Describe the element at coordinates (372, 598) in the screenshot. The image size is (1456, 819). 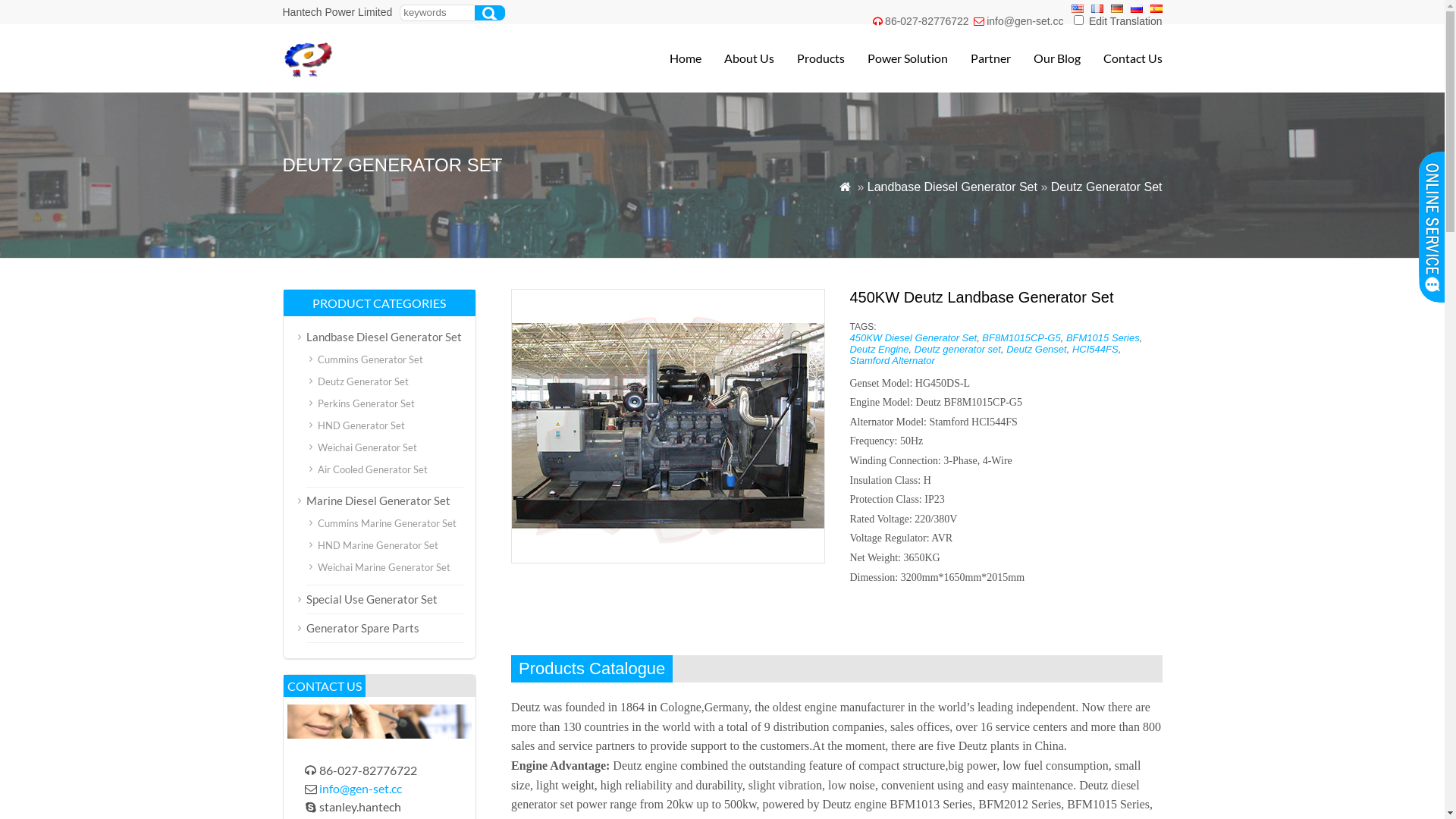
I see `'Special Use Generator Set'` at that location.